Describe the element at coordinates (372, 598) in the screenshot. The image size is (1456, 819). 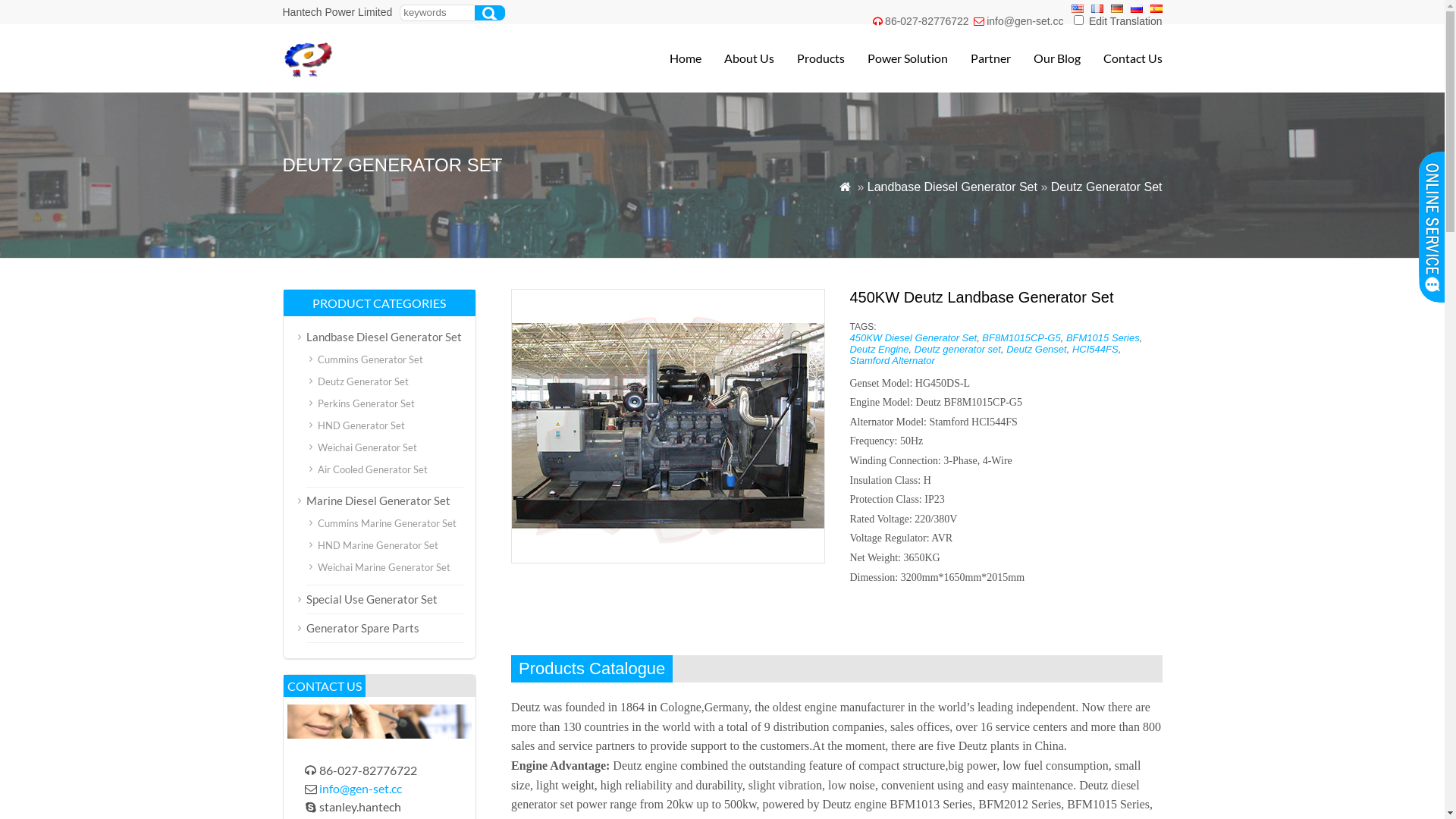
I see `'Special Use Generator Set'` at that location.